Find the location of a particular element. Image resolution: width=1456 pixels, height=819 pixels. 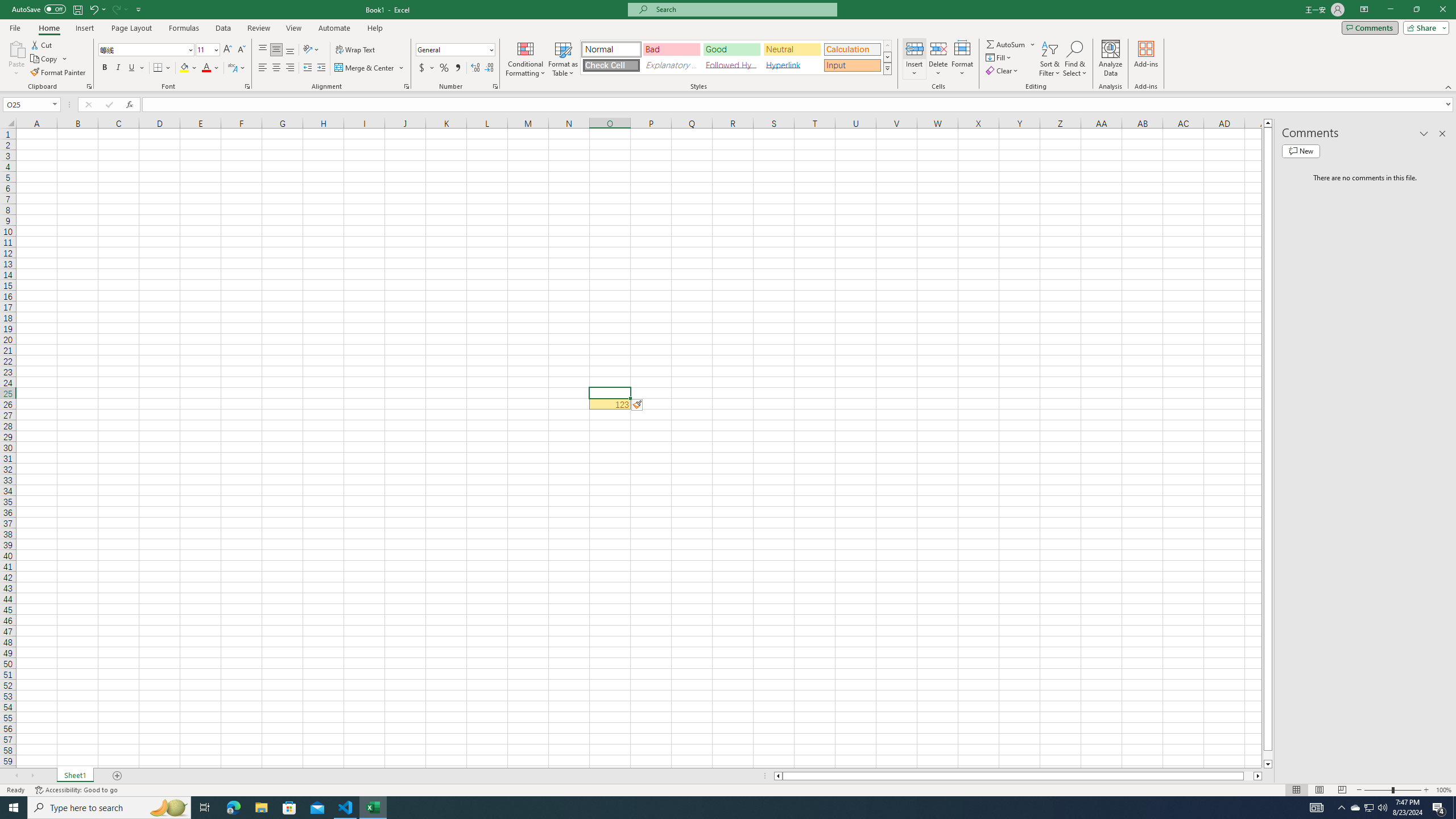

'Hyperlink' is located at coordinates (791, 65).